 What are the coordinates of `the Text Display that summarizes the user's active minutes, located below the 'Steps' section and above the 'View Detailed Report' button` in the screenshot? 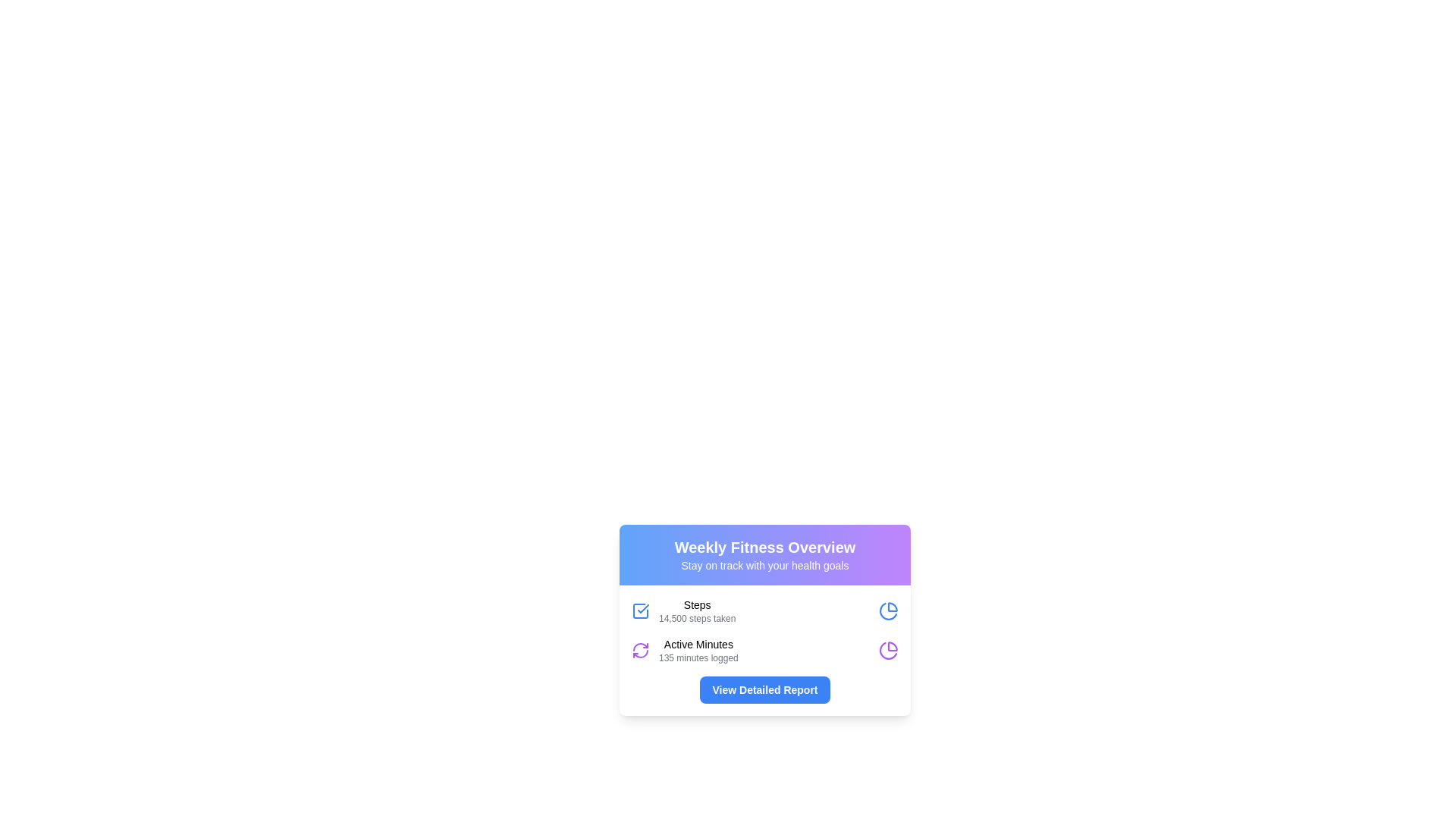 It's located at (698, 649).